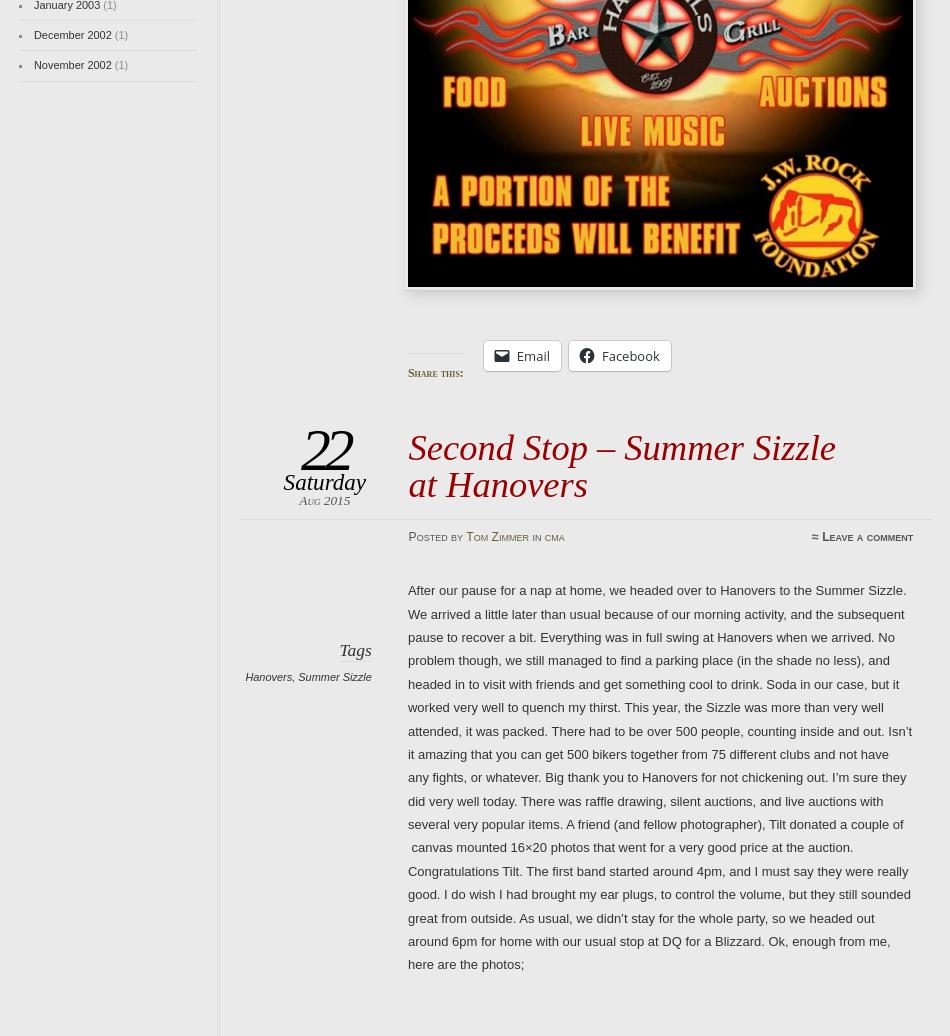 The height and width of the screenshot is (1036, 950). What do you see at coordinates (621, 465) in the screenshot?
I see `'Second Stop – Summer Sizzle at Hanovers'` at bounding box center [621, 465].